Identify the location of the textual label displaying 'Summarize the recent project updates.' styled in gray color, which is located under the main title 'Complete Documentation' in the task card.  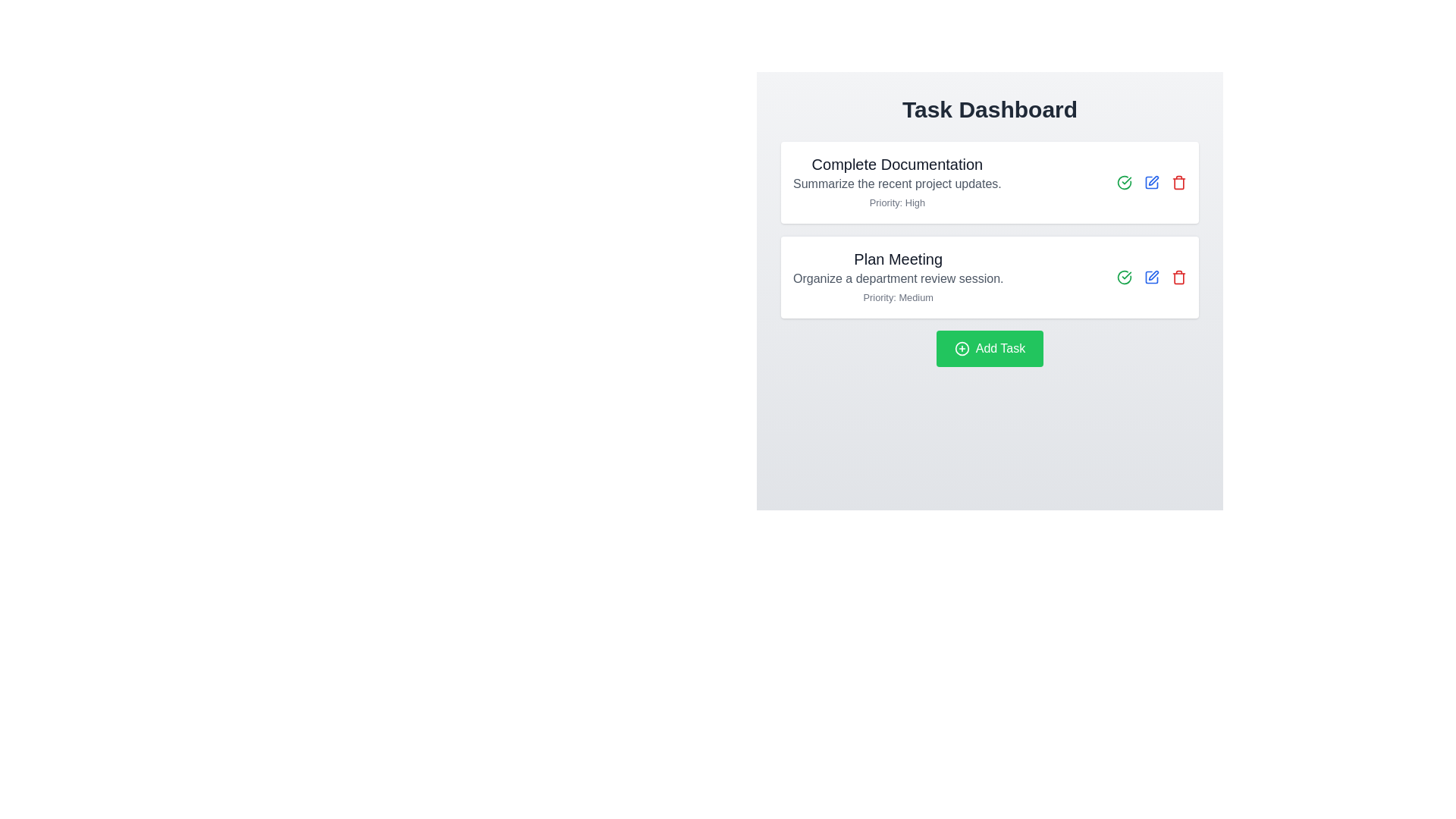
(897, 184).